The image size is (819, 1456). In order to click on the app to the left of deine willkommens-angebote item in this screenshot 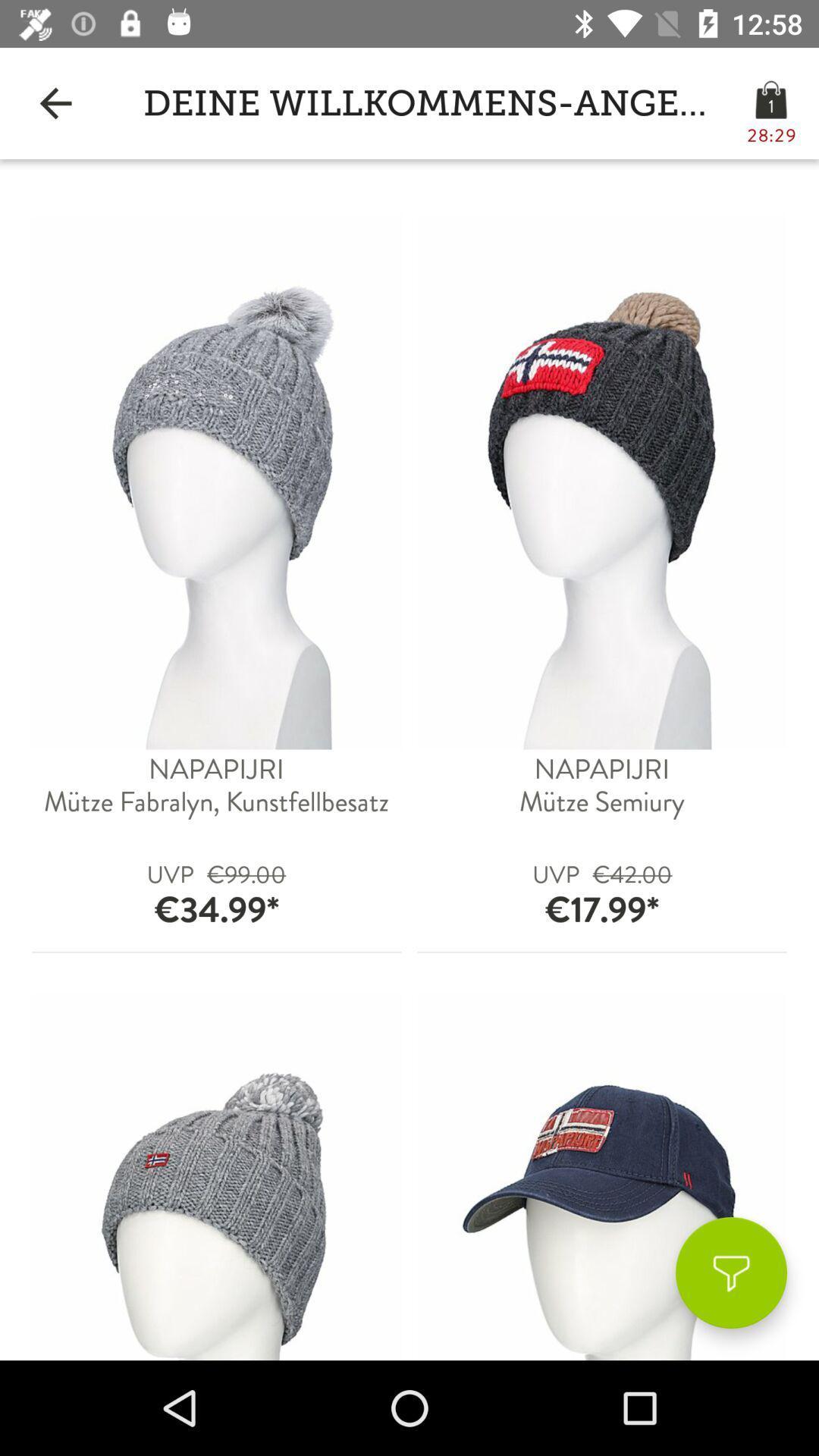, I will do `click(55, 102)`.